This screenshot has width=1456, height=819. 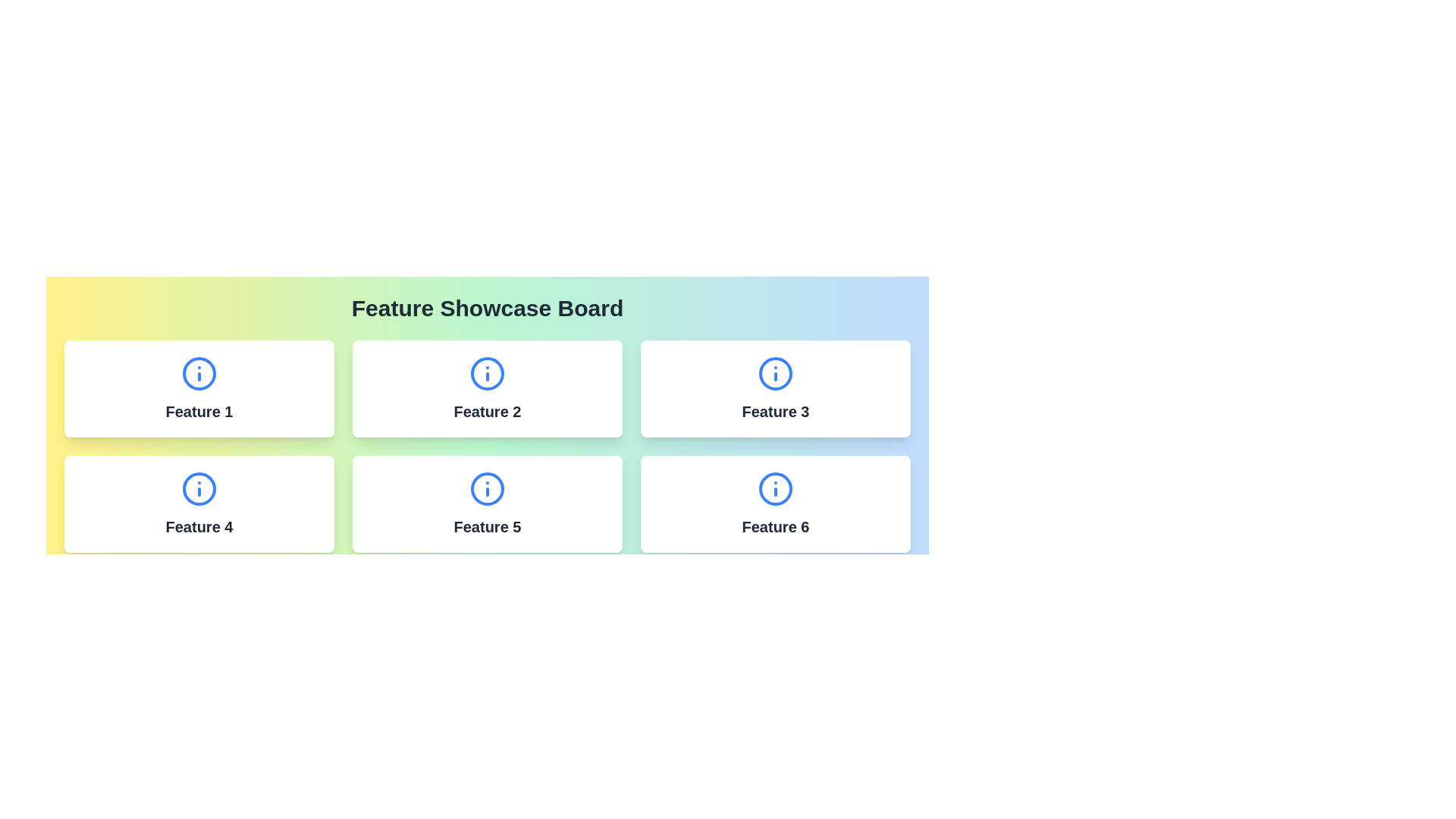 What do you see at coordinates (488, 374) in the screenshot?
I see `the SVG icon representing an information symbol, which is styled with a blue color scheme and located in the second grid item of the first row titled 'Feature 2'` at bounding box center [488, 374].